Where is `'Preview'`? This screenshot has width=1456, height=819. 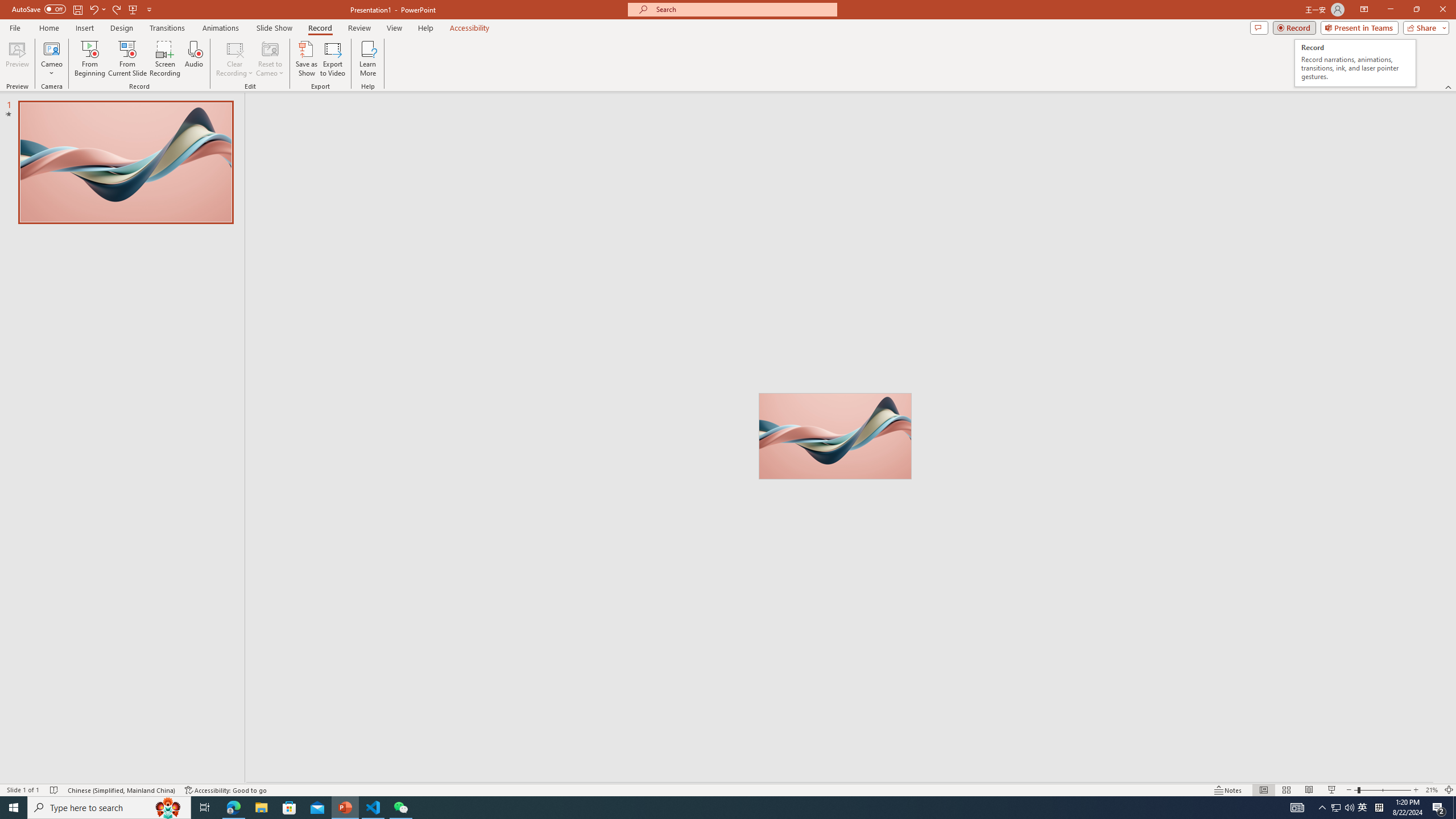
'Preview' is located at coordinates (16, 59).